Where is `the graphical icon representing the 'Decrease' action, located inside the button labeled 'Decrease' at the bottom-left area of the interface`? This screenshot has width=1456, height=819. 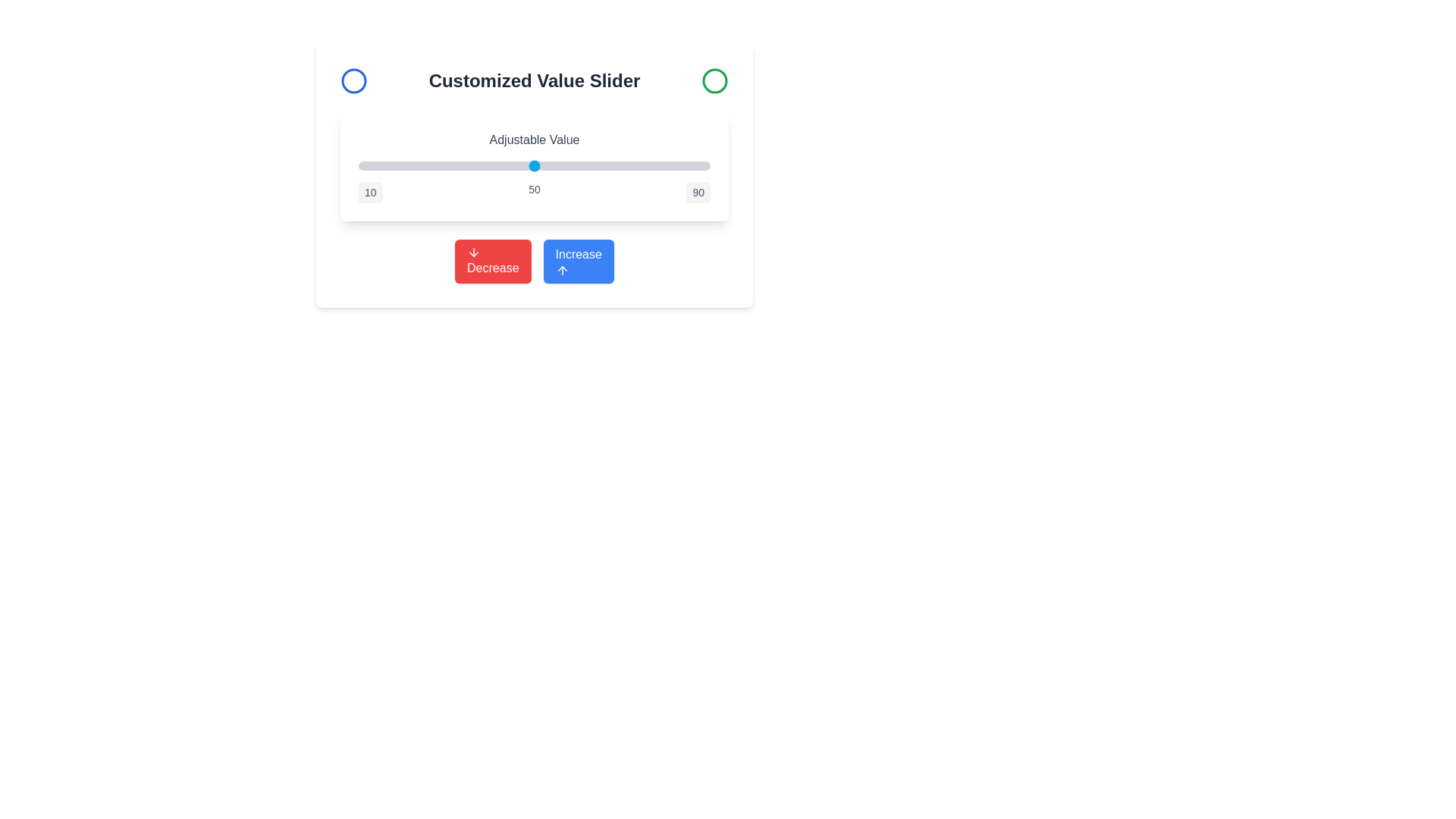
the graphical icon representing the 'Decrease' action, located inside the button labeled 'Decrease' at the bottom-left area of the interface is located at coordinates (473, 251).